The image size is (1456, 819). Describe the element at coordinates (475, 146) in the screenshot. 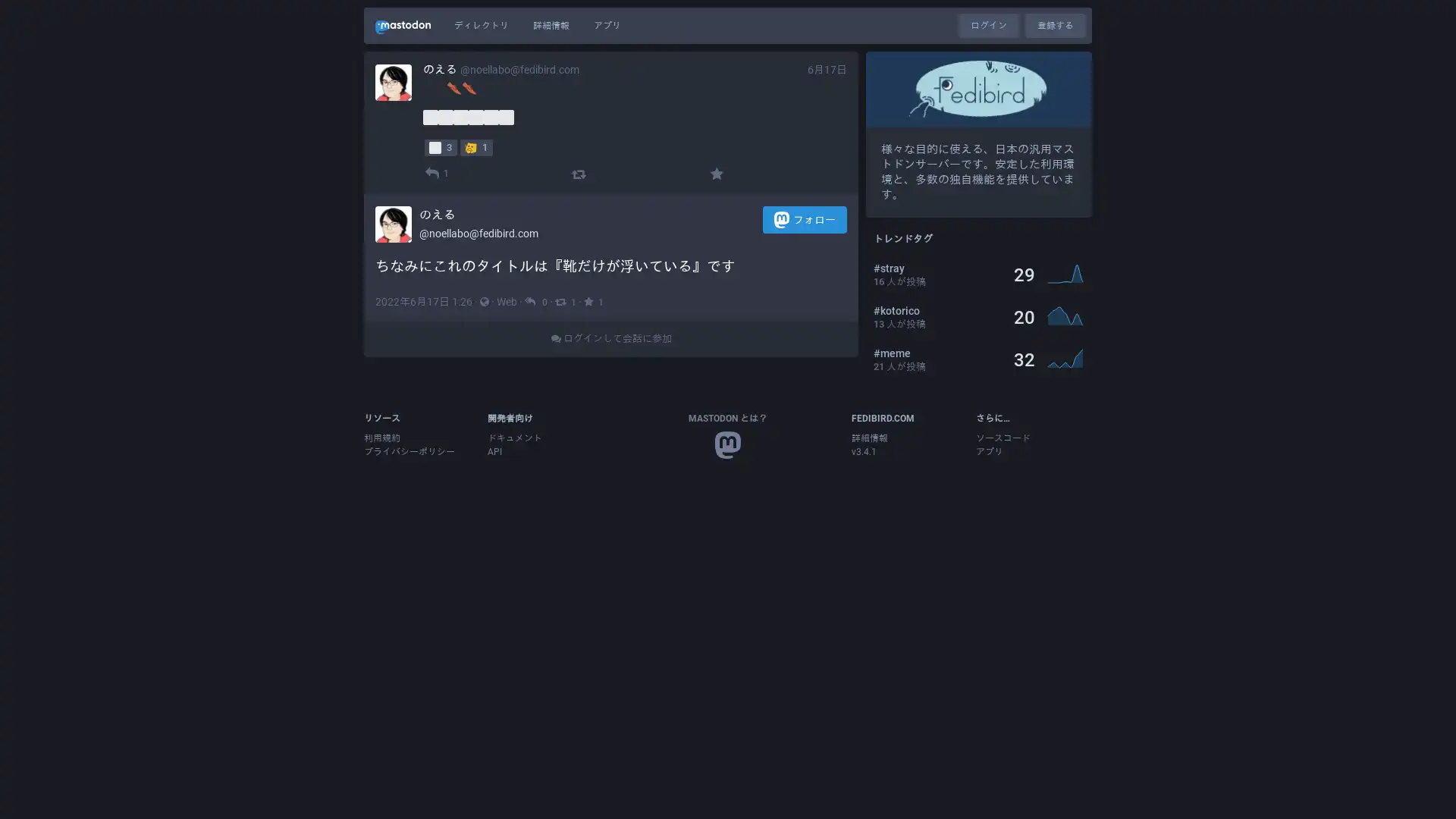

I see `:blobcatthink 1` at that location.